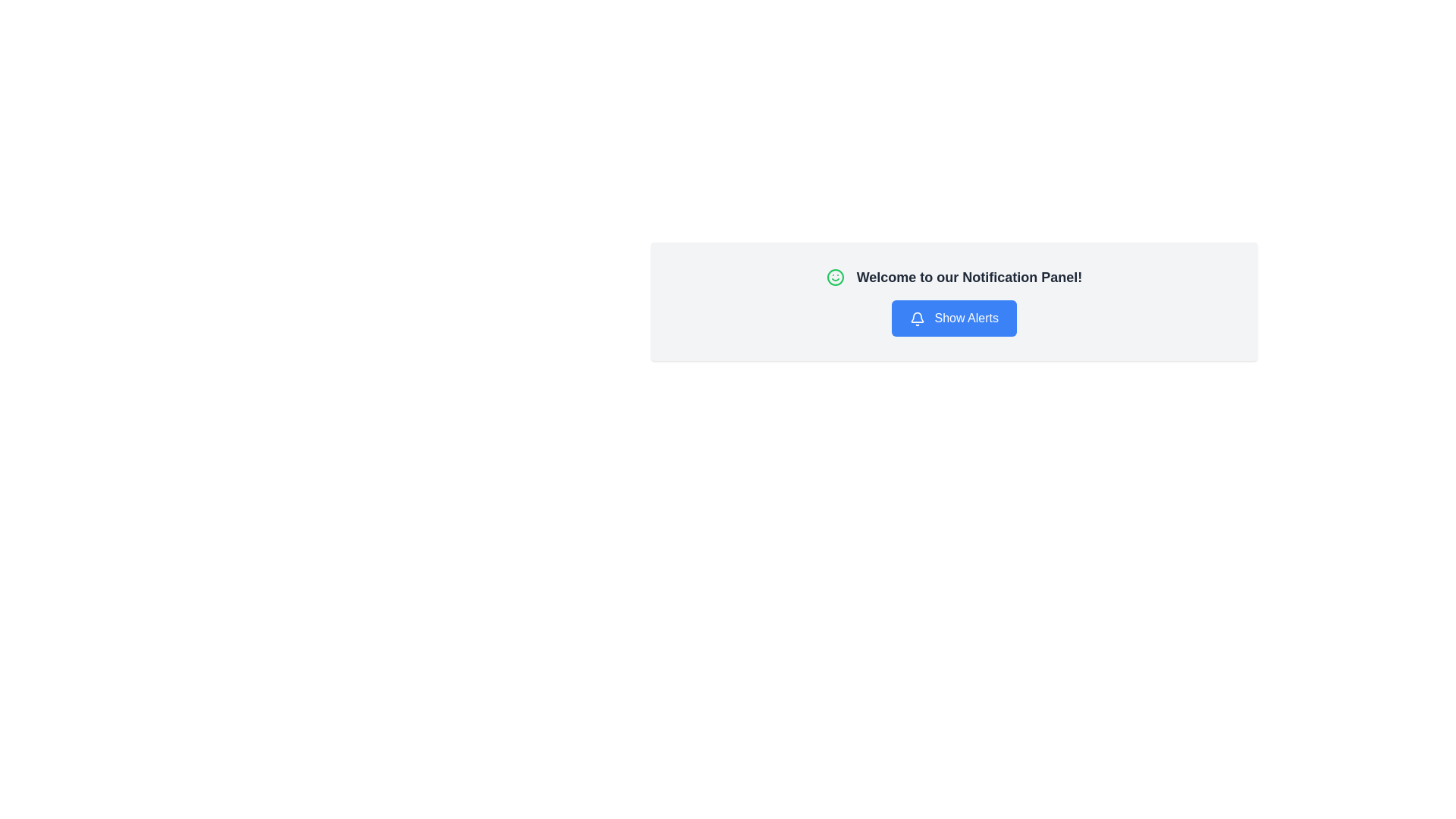 This screenshot has width=1456, height=819. Describe the element at coordinates (916, 318) in the screenshot. I see `the bell-shaped icon within the 'Show Alerts' button` at that location.